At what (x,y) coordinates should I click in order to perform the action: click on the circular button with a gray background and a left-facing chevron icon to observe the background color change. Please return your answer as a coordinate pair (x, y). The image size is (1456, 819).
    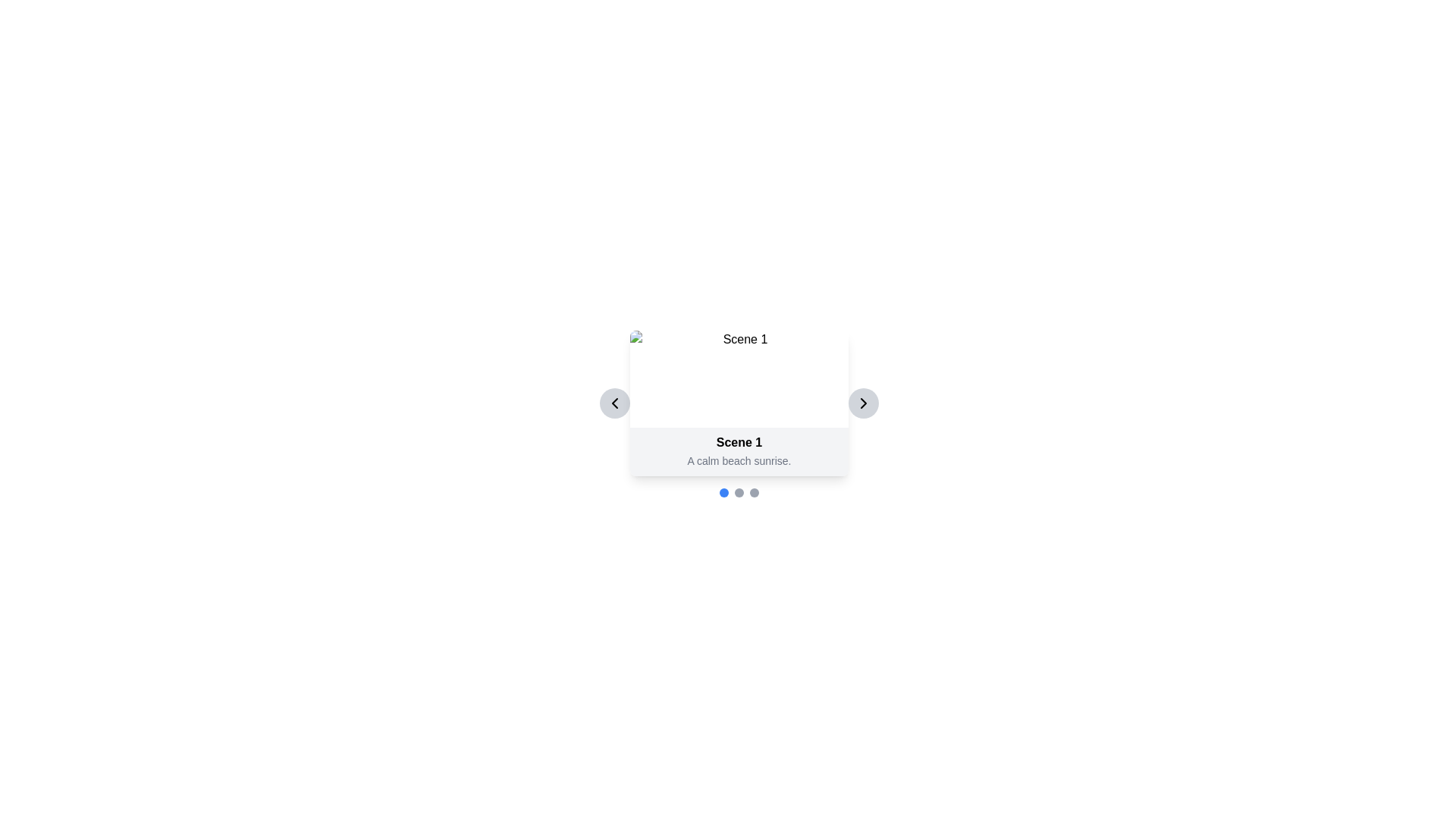
    Looking at the image, I should click on (615, 403).